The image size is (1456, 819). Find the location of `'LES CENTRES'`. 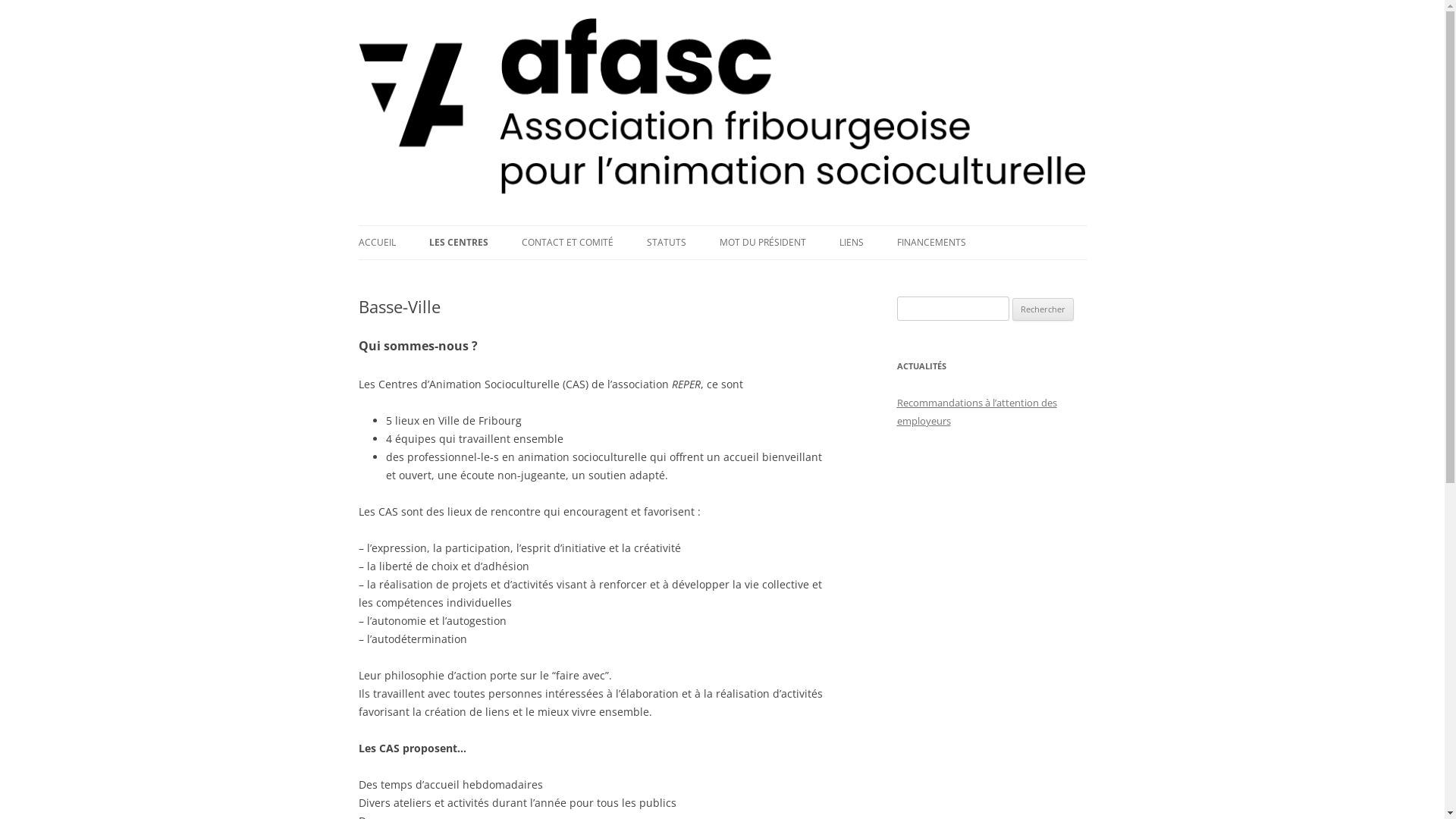

'LES CENTRES' is located at coordinates (457, 242).